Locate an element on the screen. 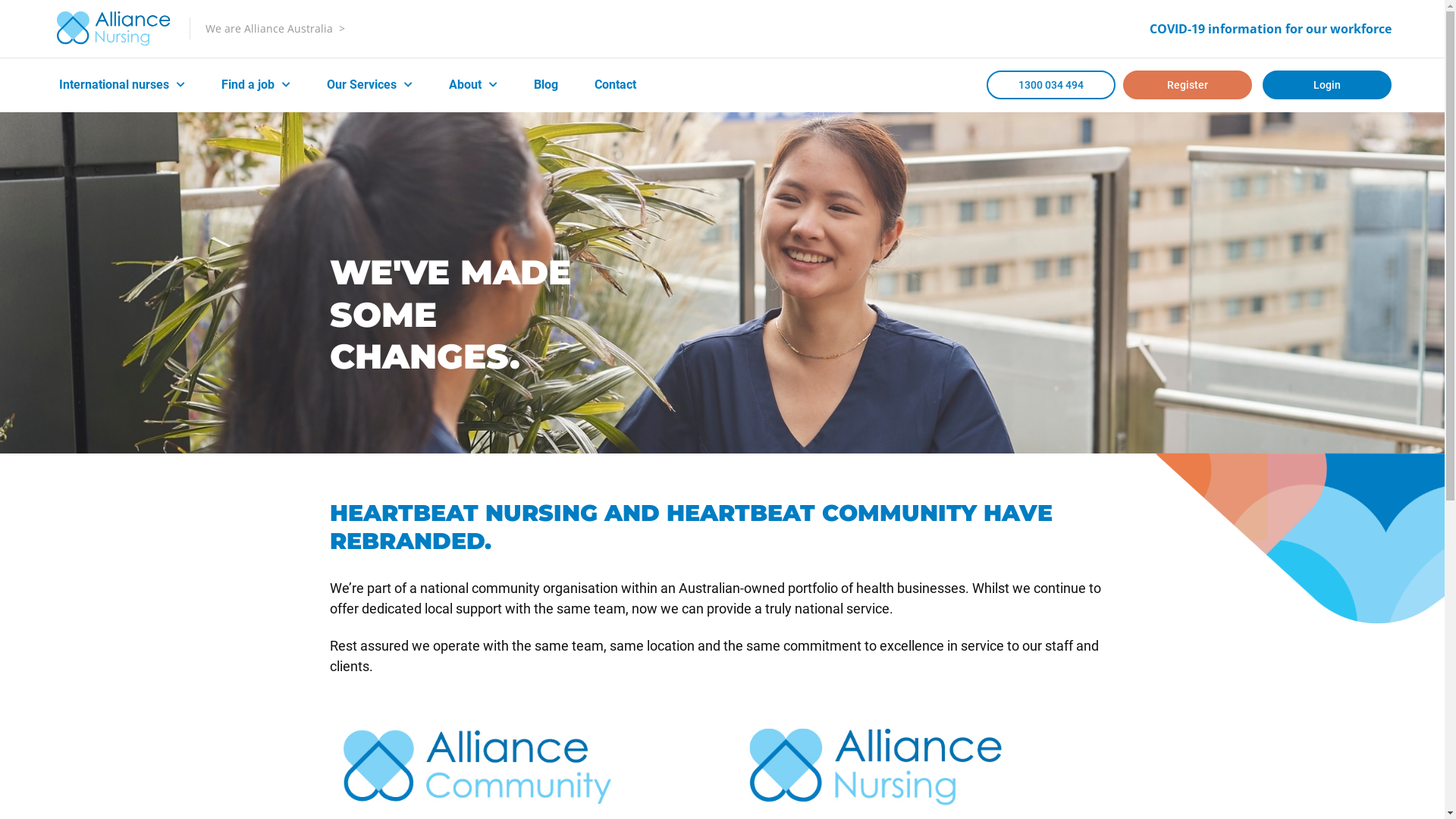 Image resolution: width=1456 pixels, height=819 pixels. 'Login' is located at coordinates (1326, 84).